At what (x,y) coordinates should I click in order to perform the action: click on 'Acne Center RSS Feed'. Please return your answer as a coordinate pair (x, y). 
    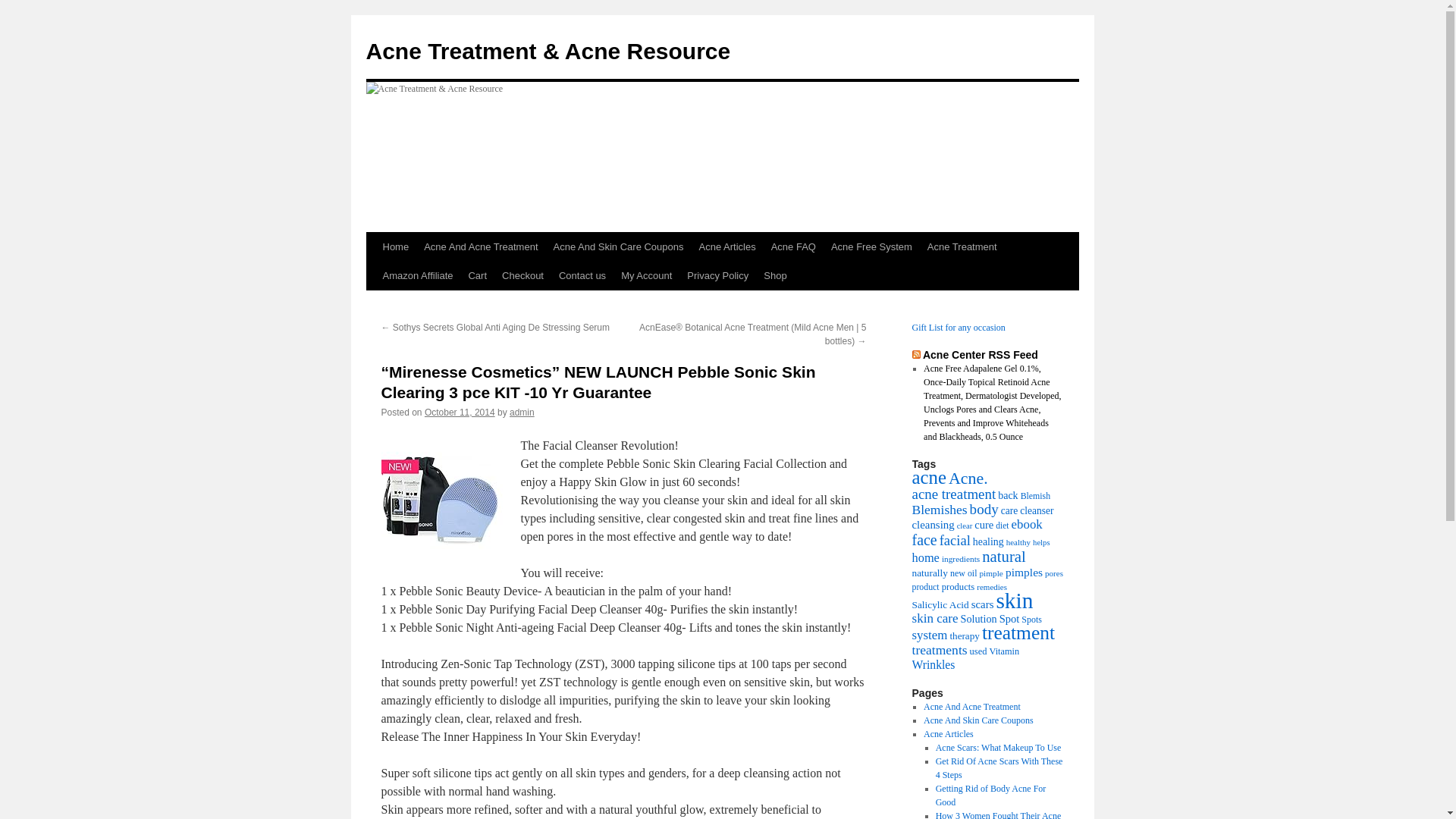
    Looking at the image, I should click on (980, 354).